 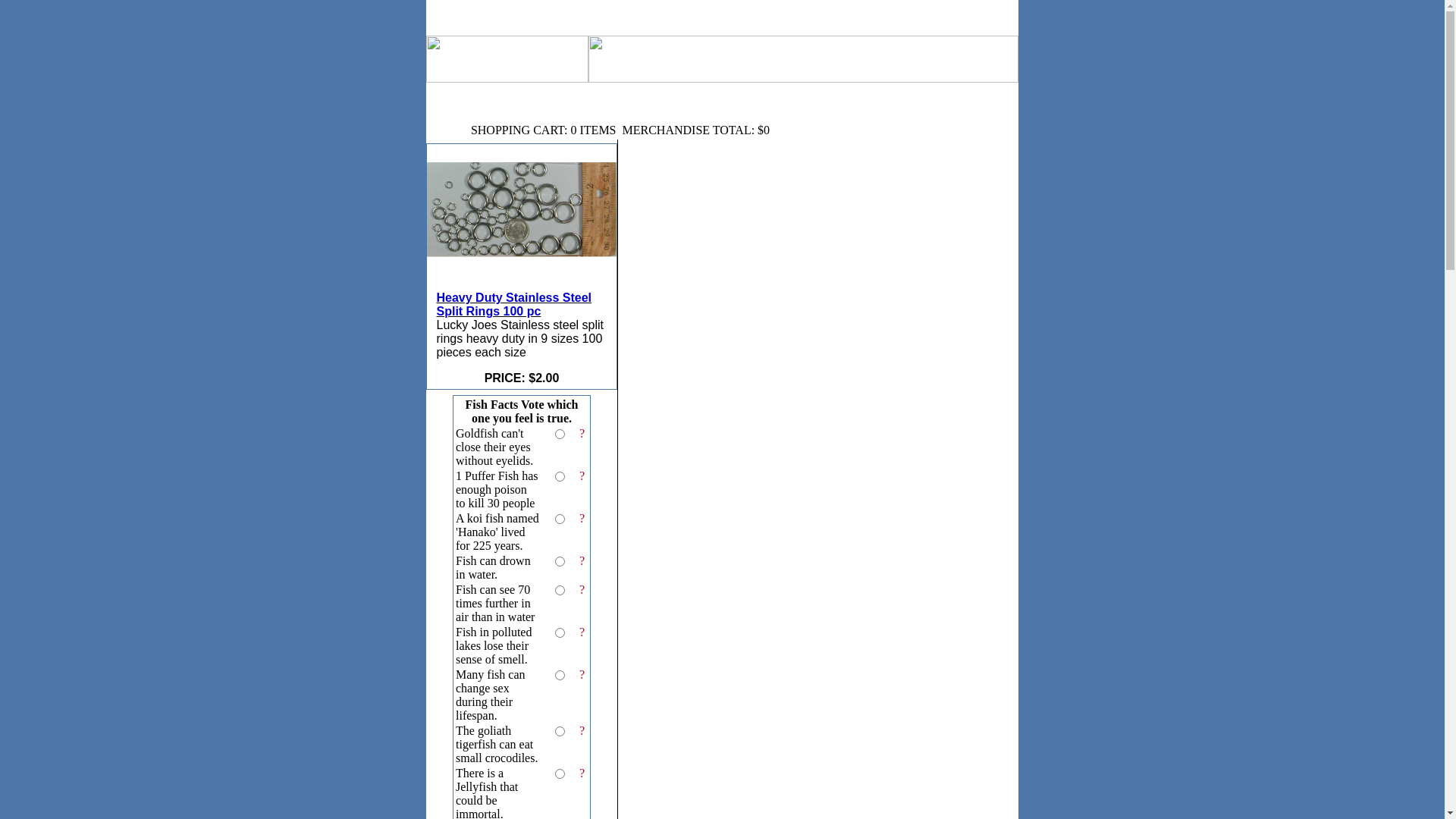 What do you see at coordinates (521, 227) in the screenshot?
I see `'Heavy Duty Stainless Steel Split Rings 100 pc'` at bounding box center [521, 227].